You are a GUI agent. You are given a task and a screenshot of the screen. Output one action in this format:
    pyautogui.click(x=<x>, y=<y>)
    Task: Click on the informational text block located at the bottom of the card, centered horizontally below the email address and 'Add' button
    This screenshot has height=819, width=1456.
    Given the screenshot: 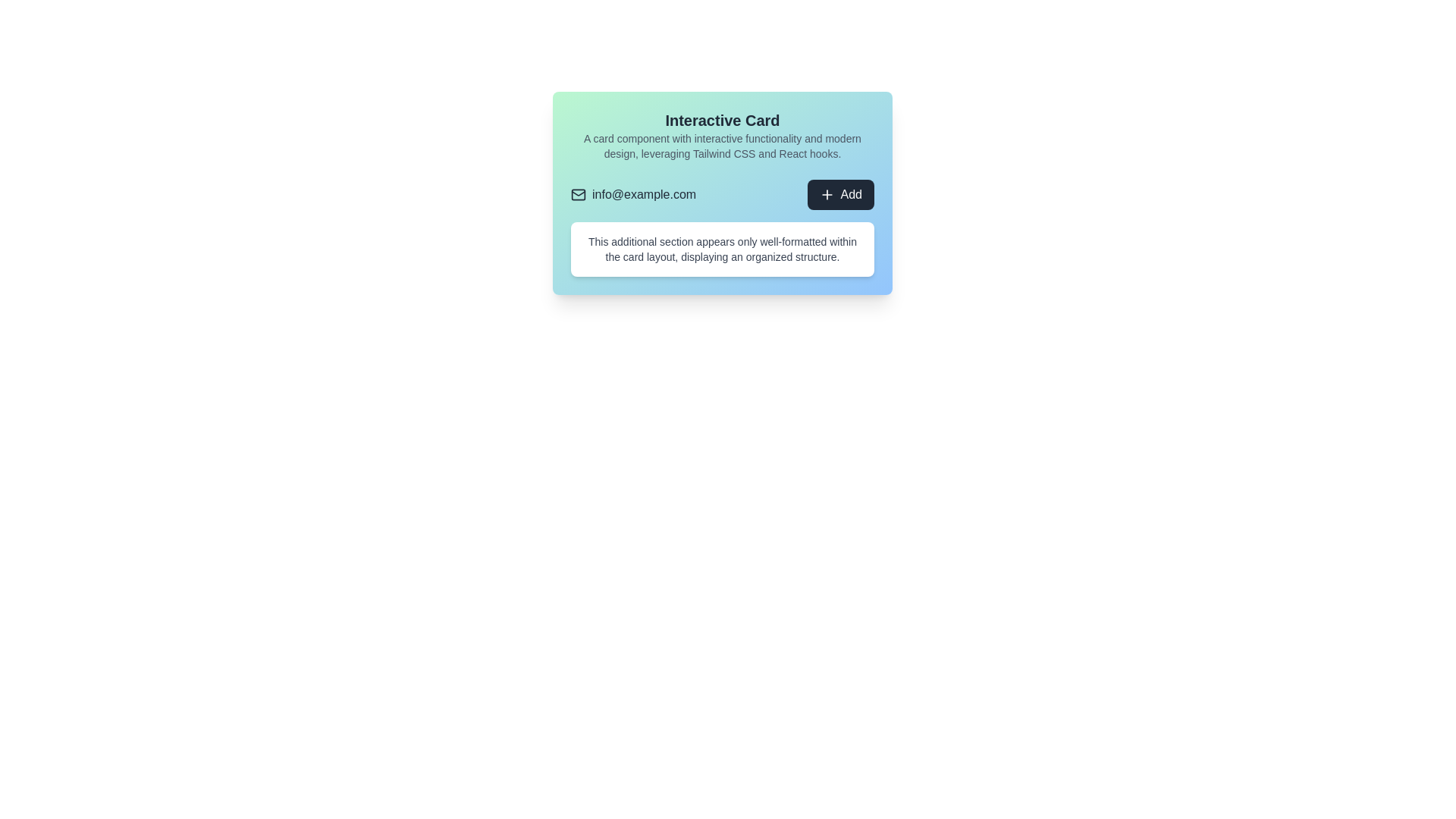 What is the action you would take?
    pyautogui.click(x=722, y=248)
    